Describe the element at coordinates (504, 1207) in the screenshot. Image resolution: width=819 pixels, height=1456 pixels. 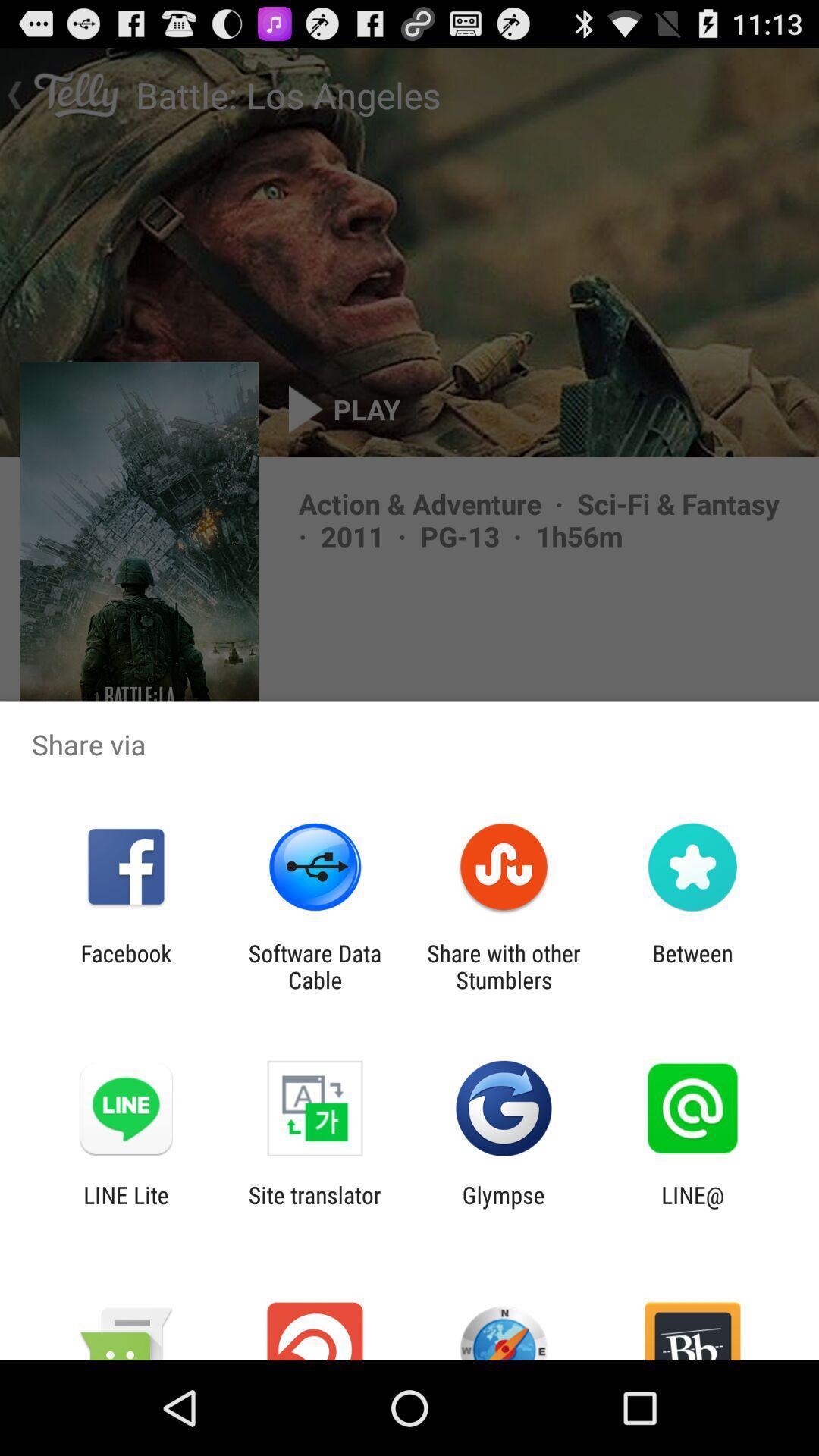
I see `item to the right of the site translator` at that location.